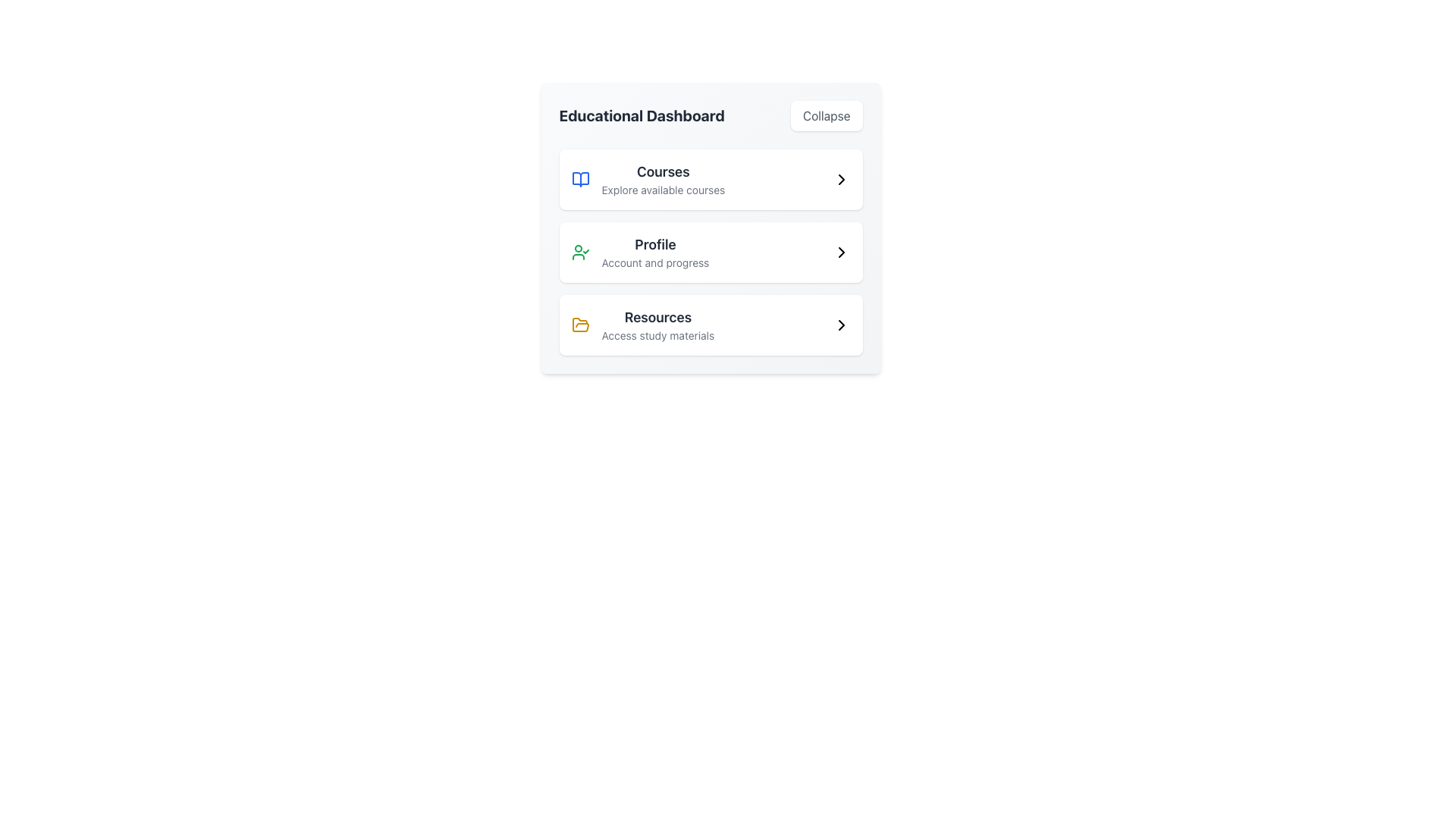 This screenshot has width=1456, height=819. Describe the element at coordinates (579, 324) in the screenshot. I see `the yellow folder icon located to the left of the 'Resources' text and above the 'Access study materials' text in the third row of the dashboard card` at that location.